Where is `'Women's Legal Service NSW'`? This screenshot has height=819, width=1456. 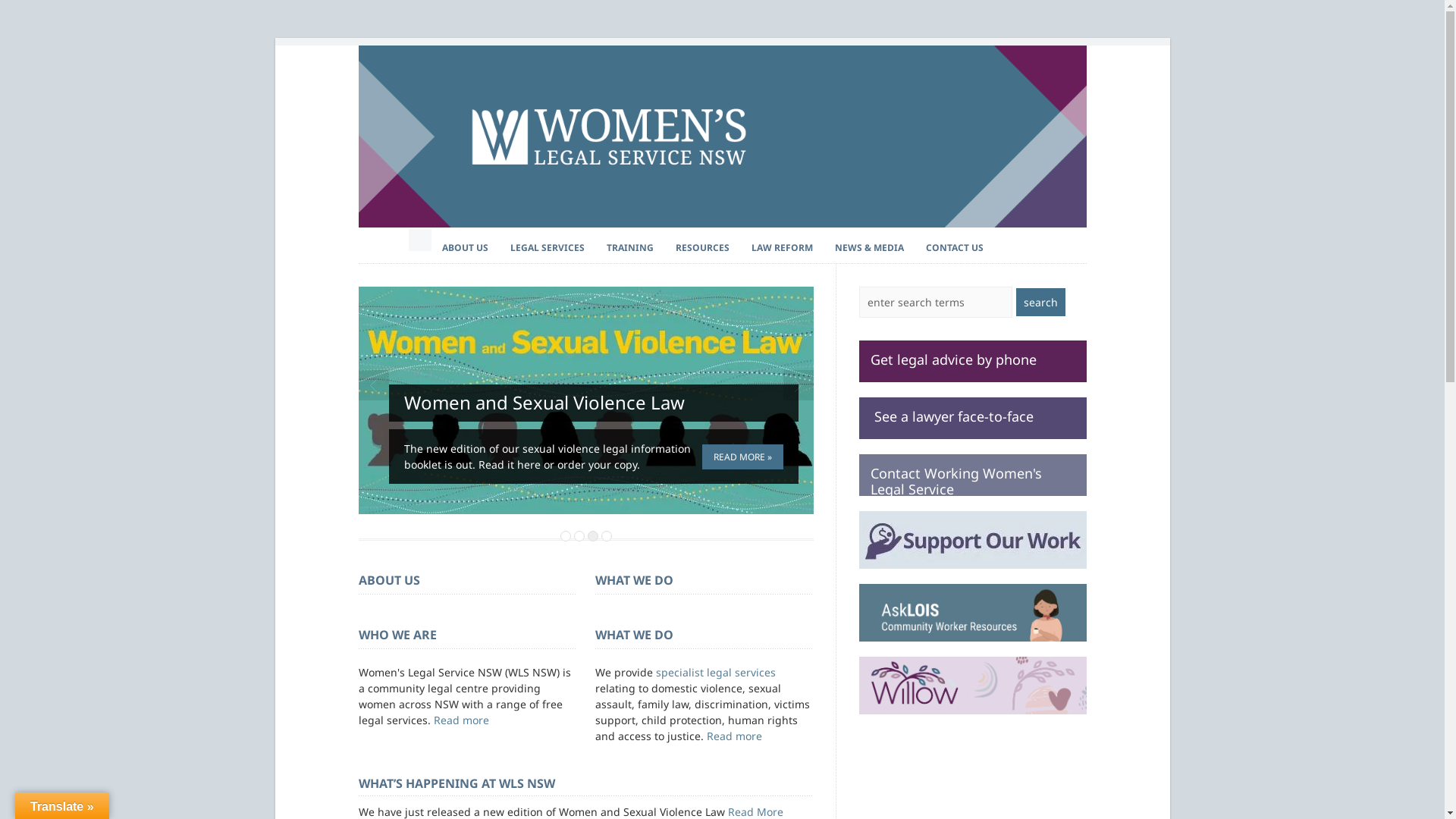
'Women's Legal Service NSW' is located at coordinates (720, 222).